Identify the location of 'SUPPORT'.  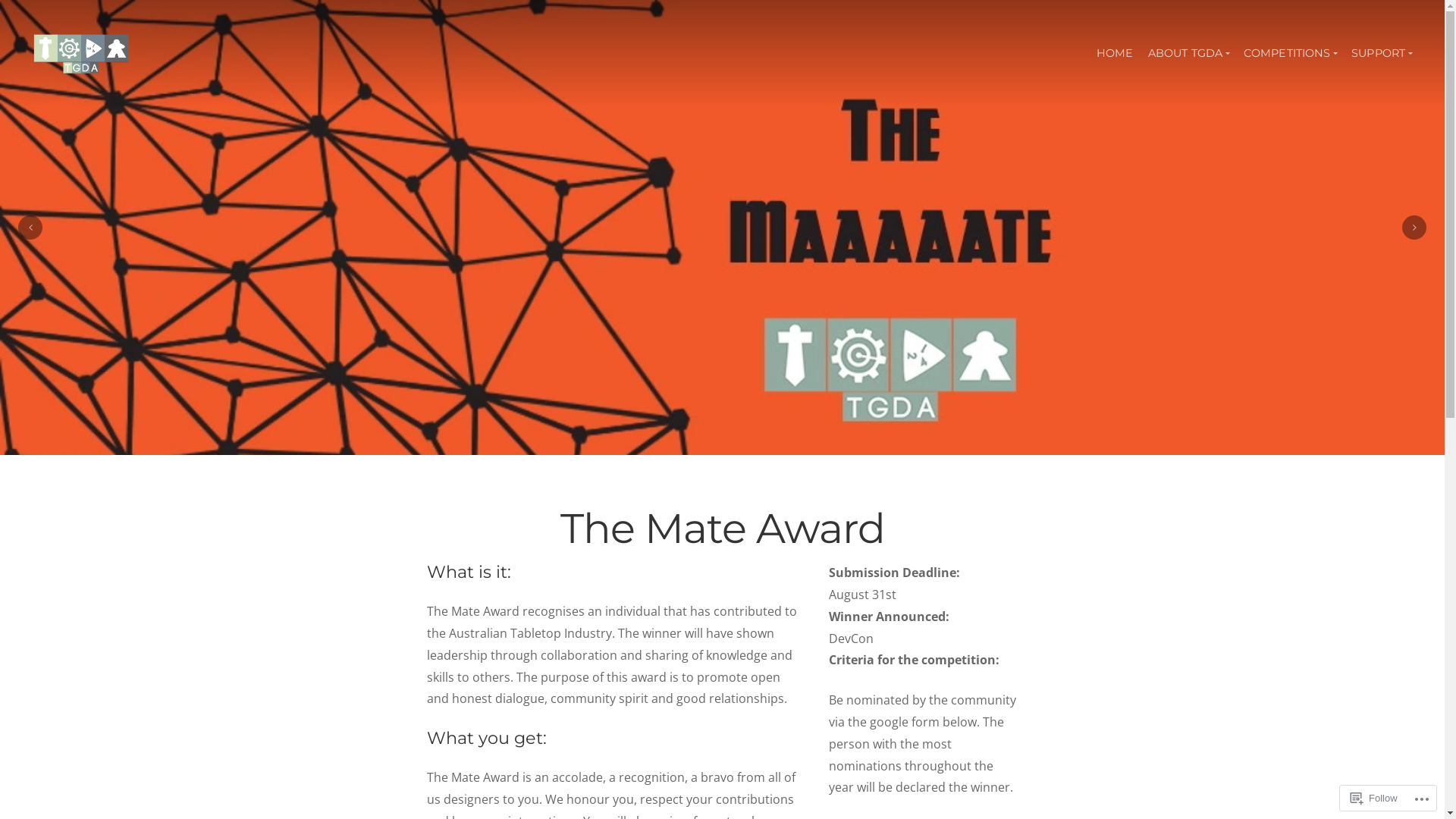
(1381, 52).